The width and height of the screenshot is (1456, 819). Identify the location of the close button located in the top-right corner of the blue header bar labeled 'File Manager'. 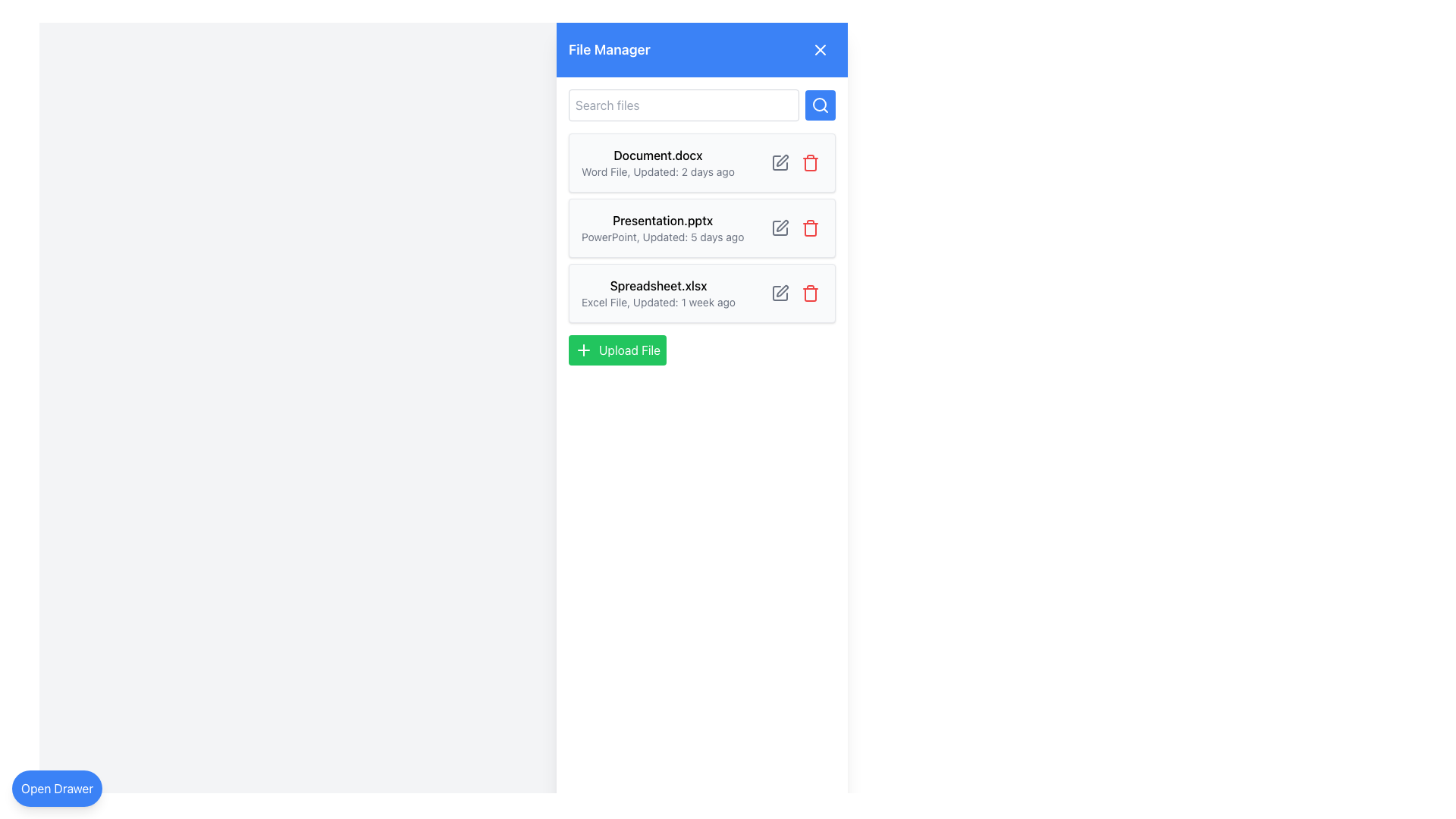
(819, 49).